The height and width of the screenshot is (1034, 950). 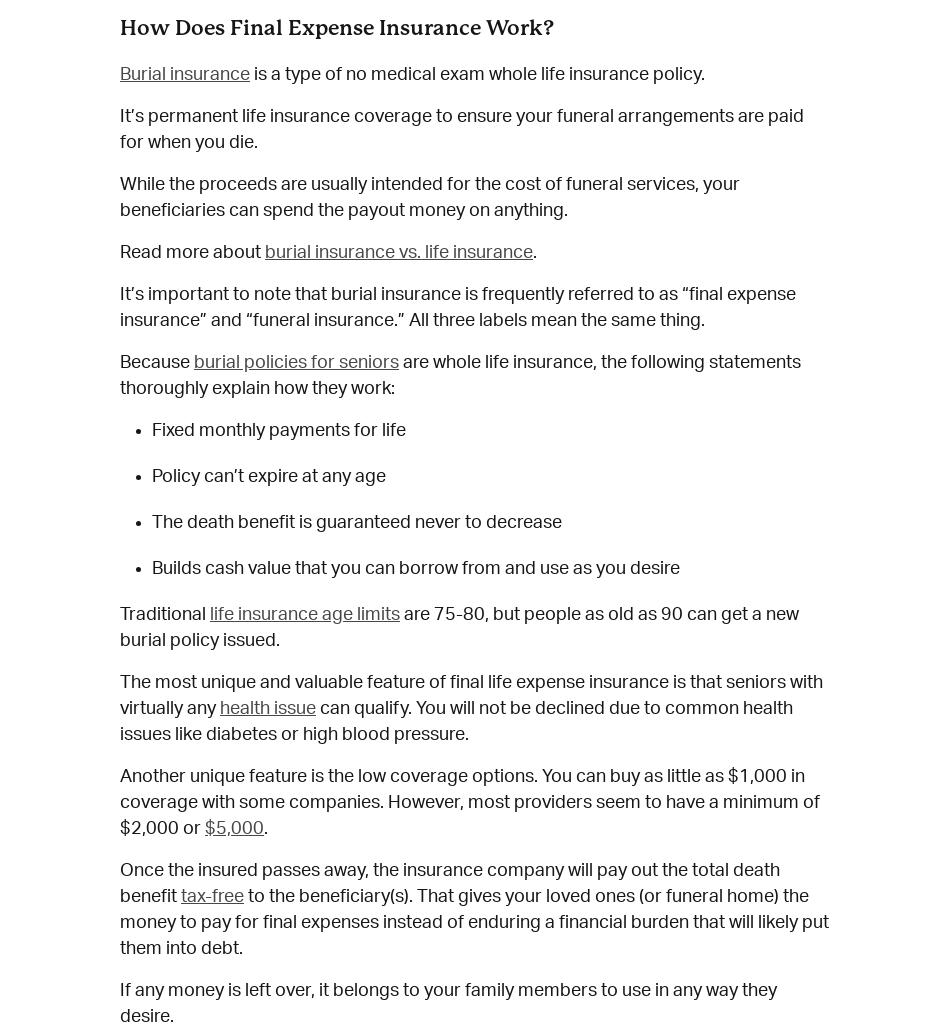 What do you see at coordinates (415, 567) in the screenshot?
I see `'Builds cash value that you can borrow from and use as you desire'` at bounding box center [415, 567].